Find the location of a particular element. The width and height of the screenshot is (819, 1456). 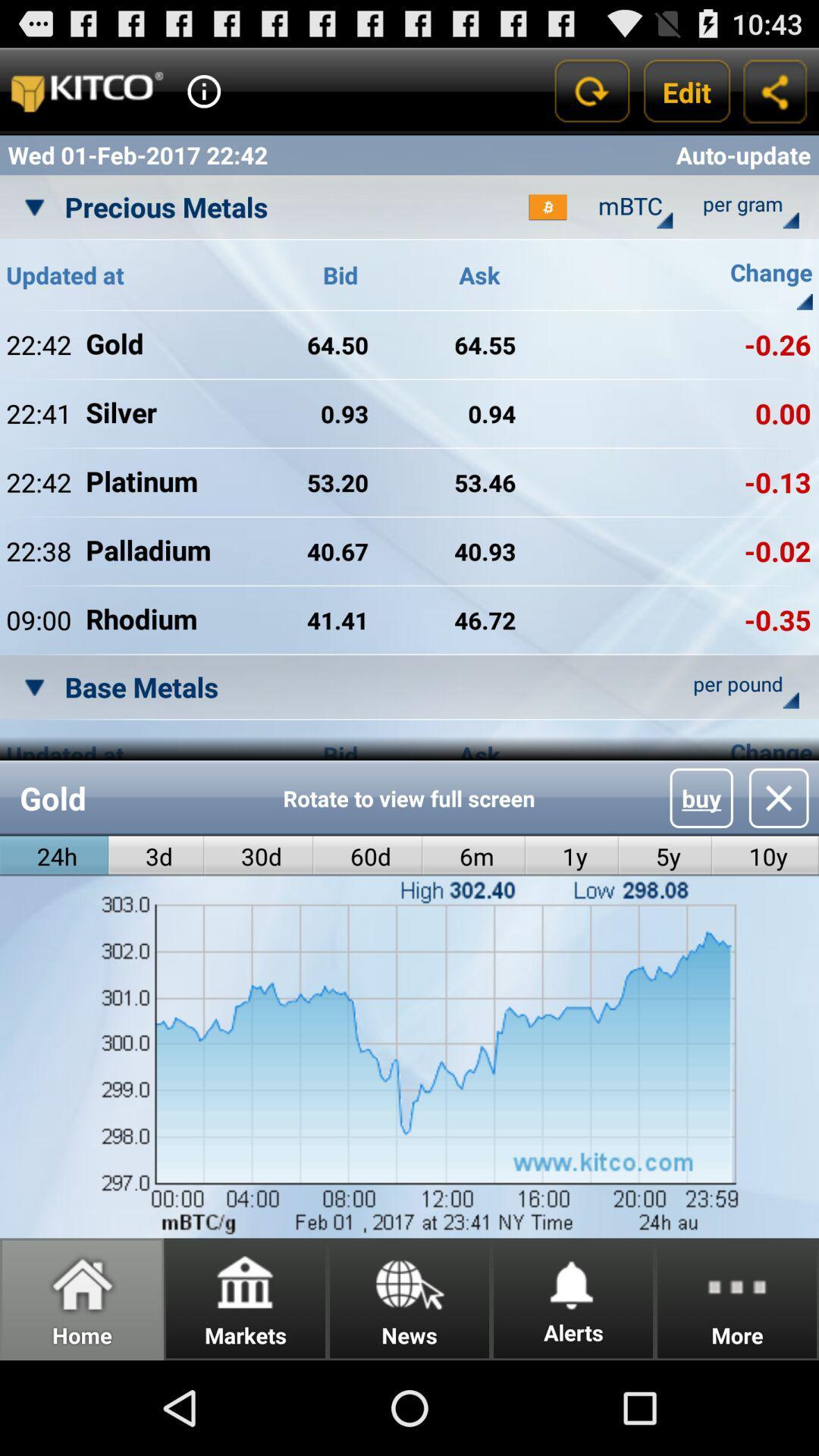

the item below rotate to view item is located at coordinates (368, 856).